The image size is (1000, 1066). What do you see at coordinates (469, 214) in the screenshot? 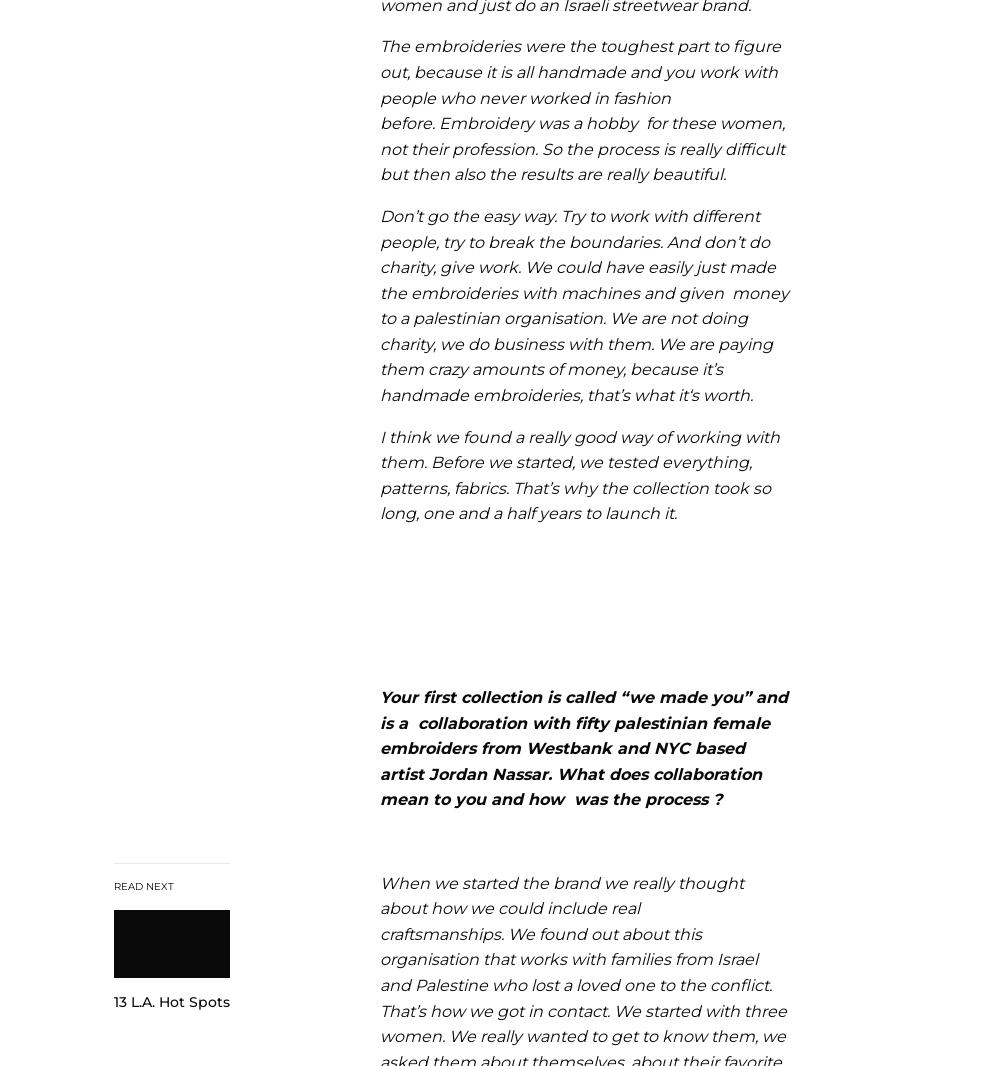
I see `'Don’t go the easy way.'` at bounding box center [469, 214].